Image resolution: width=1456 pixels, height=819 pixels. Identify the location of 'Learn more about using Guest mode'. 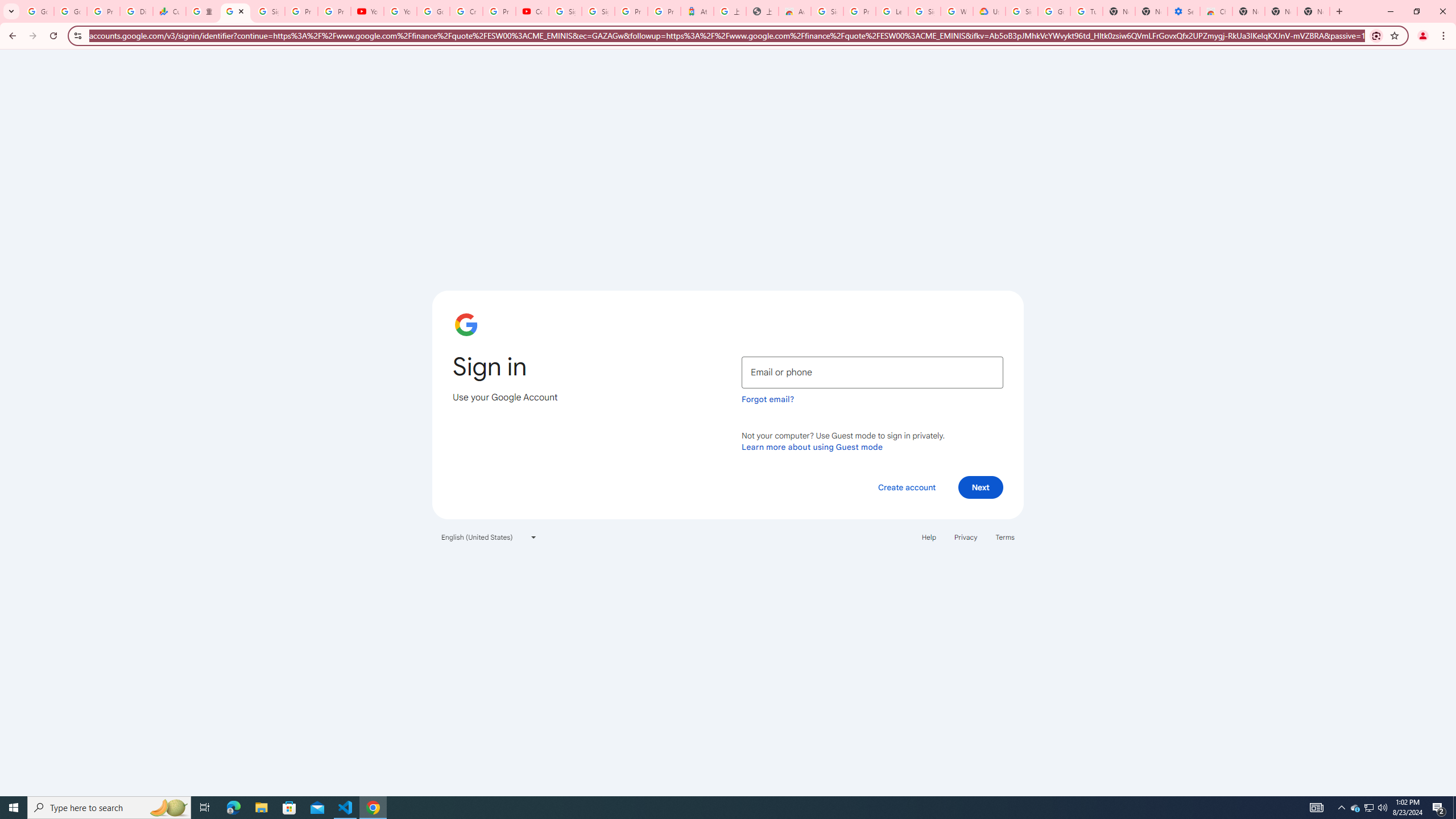
(812, 446).